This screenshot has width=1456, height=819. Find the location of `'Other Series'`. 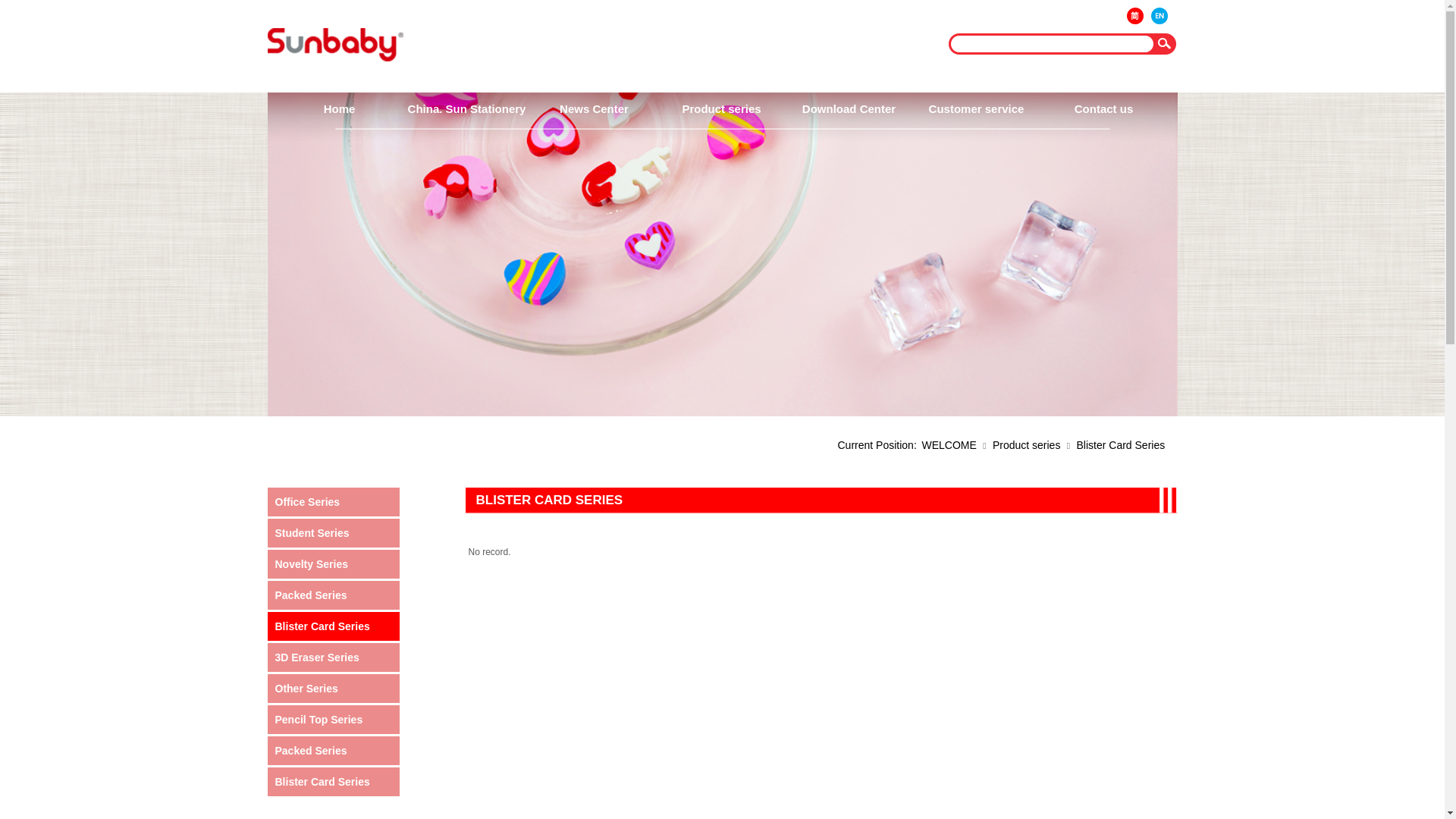

'Other Series' is located at coordinates (334, 688).